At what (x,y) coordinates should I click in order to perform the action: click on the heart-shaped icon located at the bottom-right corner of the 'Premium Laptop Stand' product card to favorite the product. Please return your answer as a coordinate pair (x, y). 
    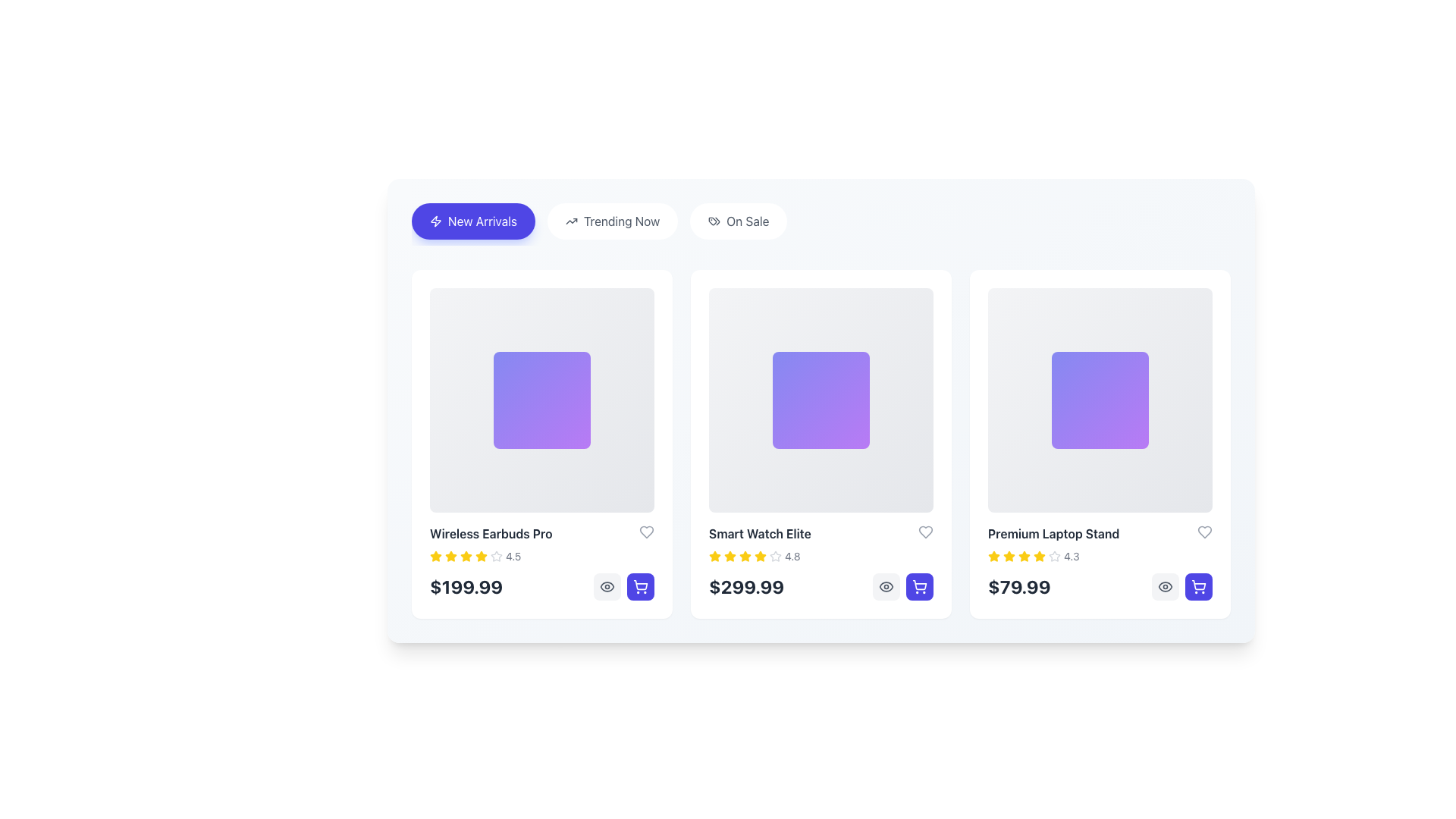
    Looking at the image, I should click on (1203, 532).